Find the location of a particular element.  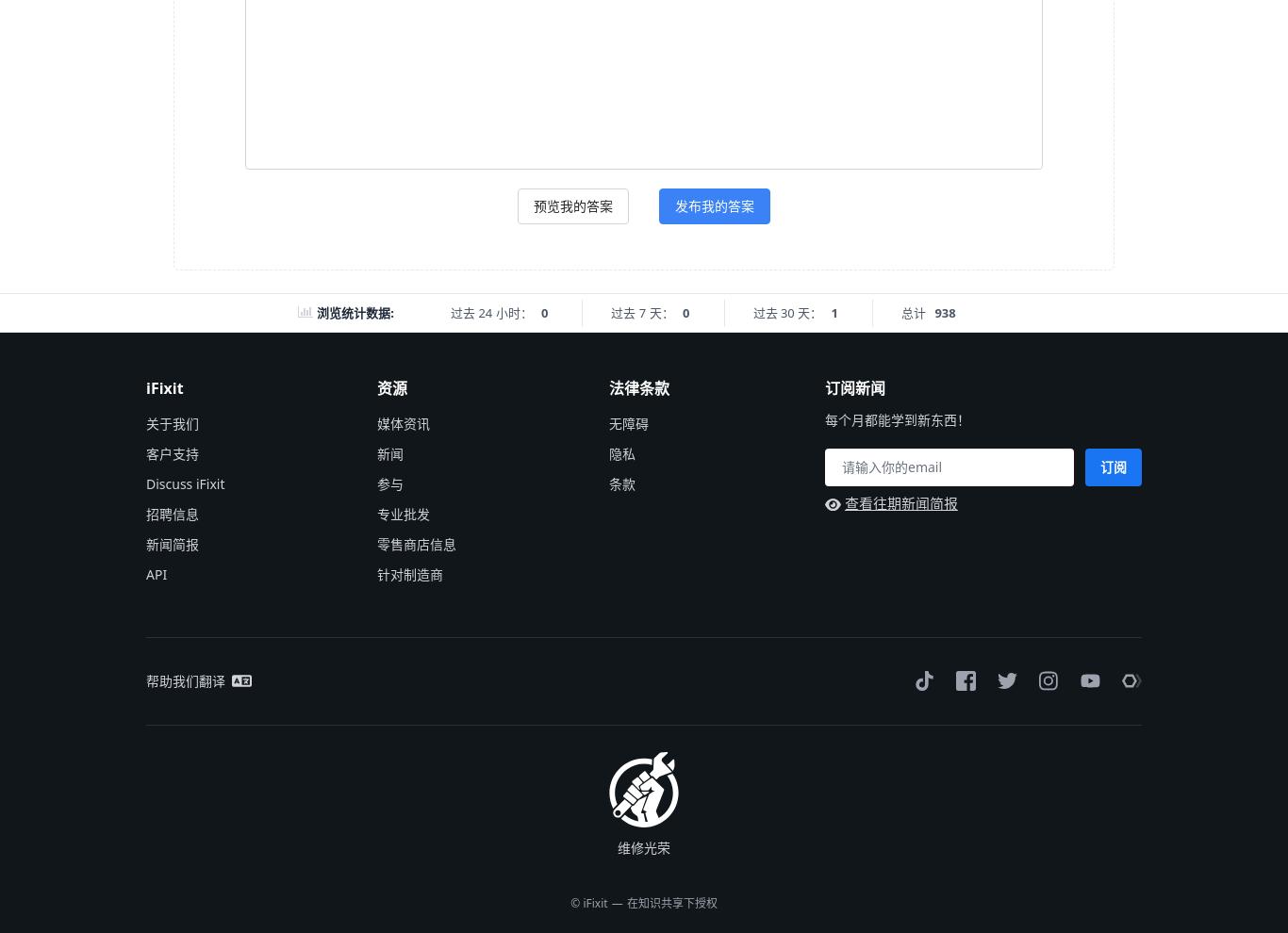

'过去 7 天：' is located at coordinates (640, 312).